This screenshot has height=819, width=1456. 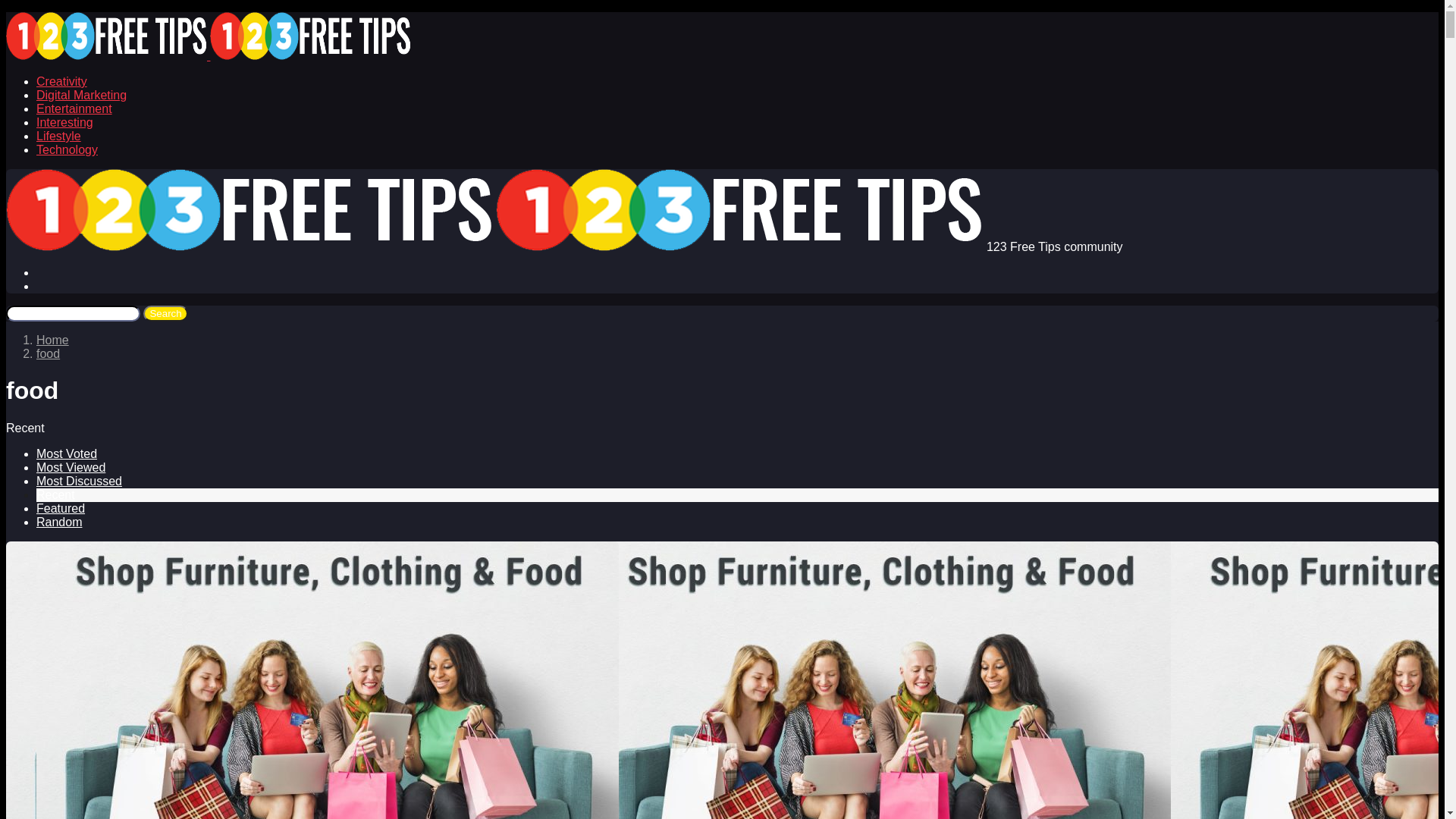 I want to click on 'Lifestyle', so click(x=58, y=135).